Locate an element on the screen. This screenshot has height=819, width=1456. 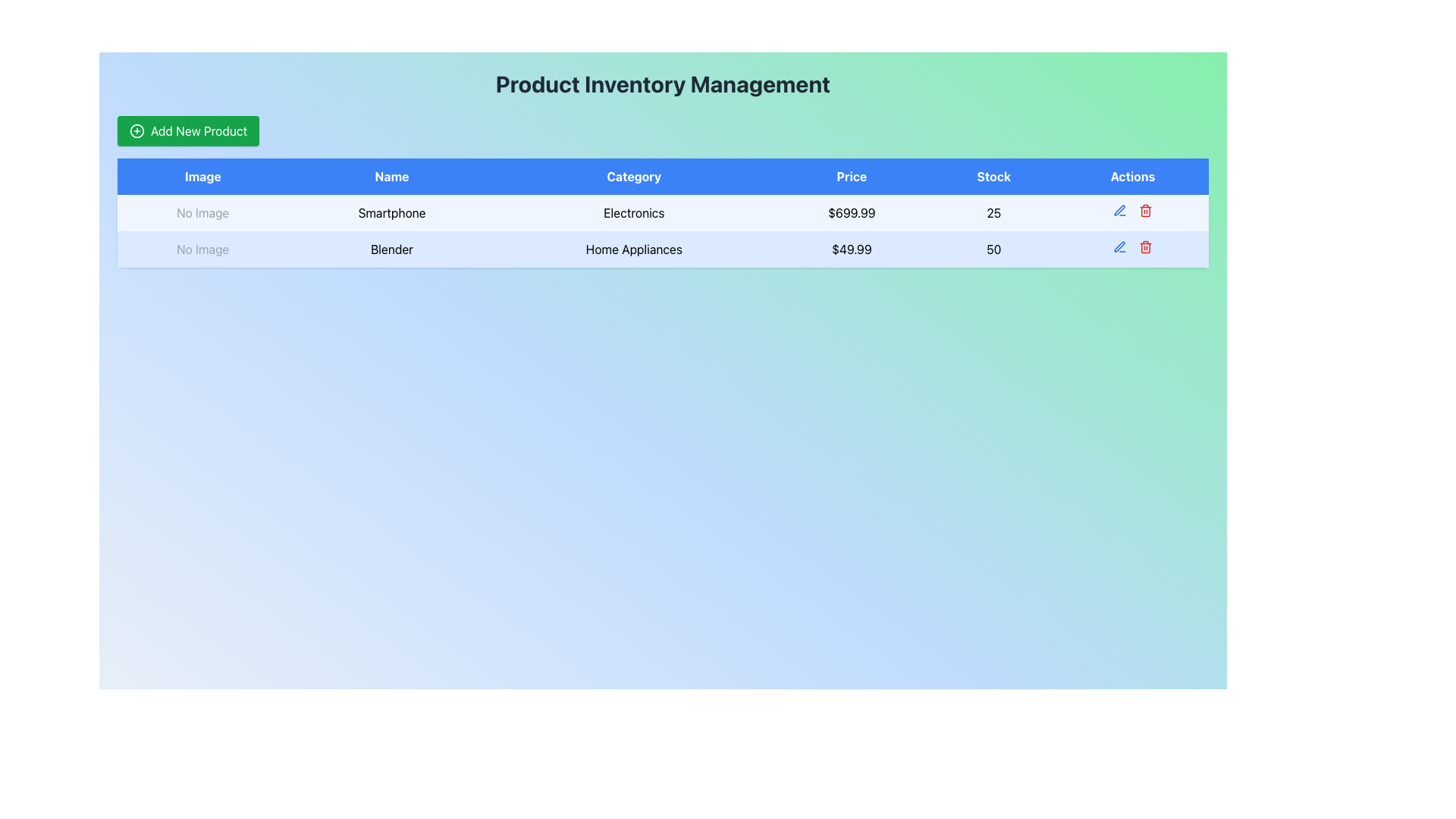
text from the label displaying 'Product Inventory Management', which is positioned at the top center of the interface is located at coordinates (663, 84).